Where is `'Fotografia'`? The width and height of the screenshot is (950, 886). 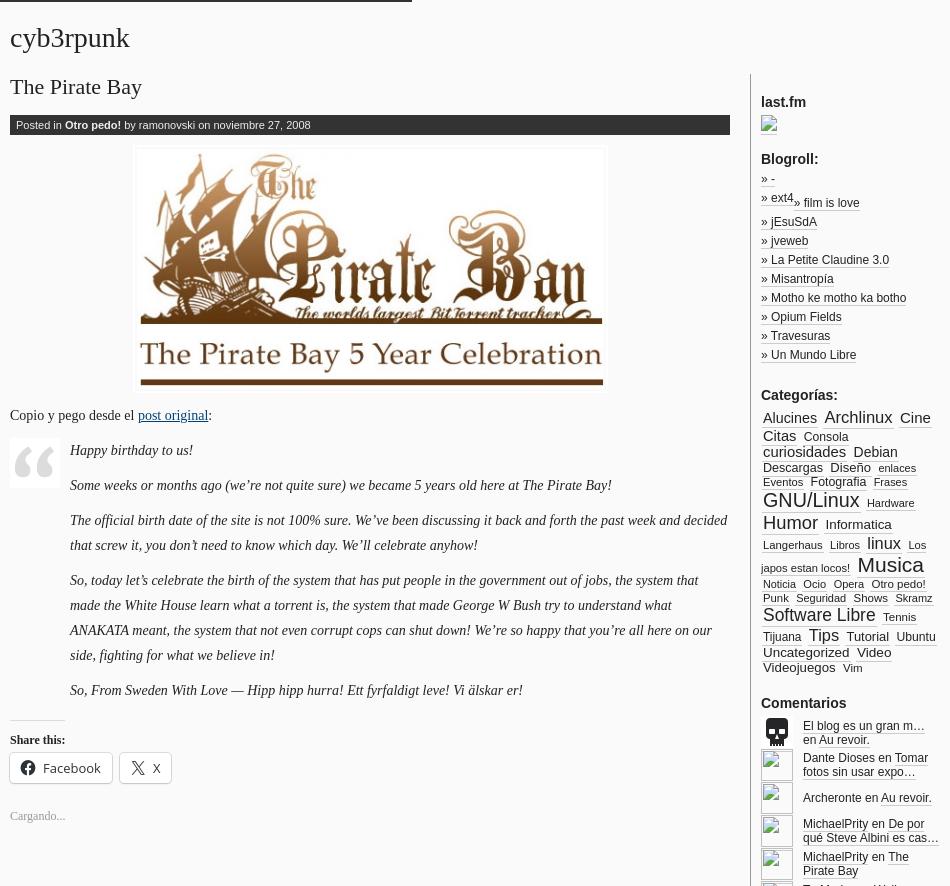
'Fotografia' is located at coordinates (836, 481).